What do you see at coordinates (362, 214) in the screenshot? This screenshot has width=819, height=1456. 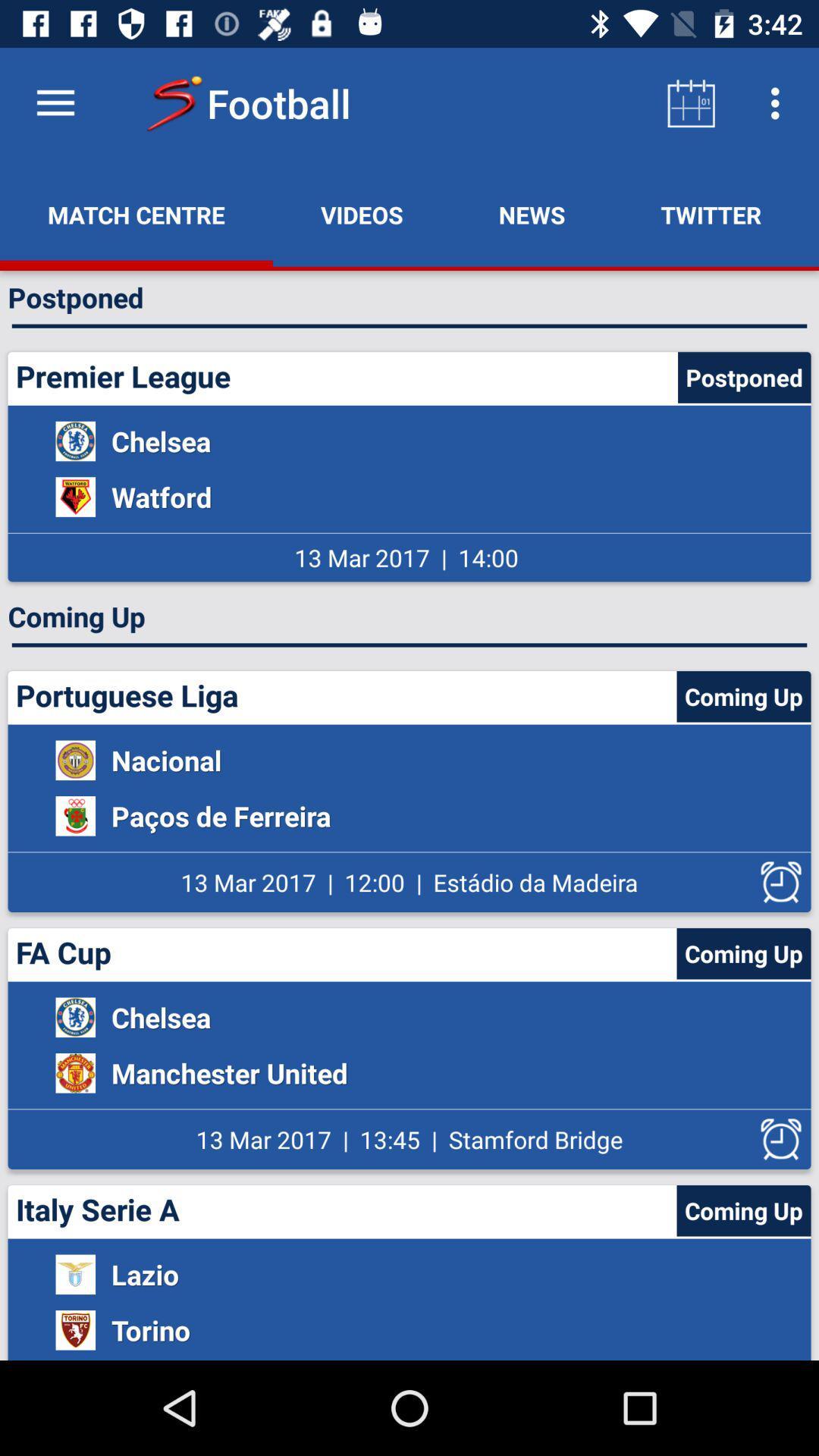 I see `videos` at bounding box center [362, 214].